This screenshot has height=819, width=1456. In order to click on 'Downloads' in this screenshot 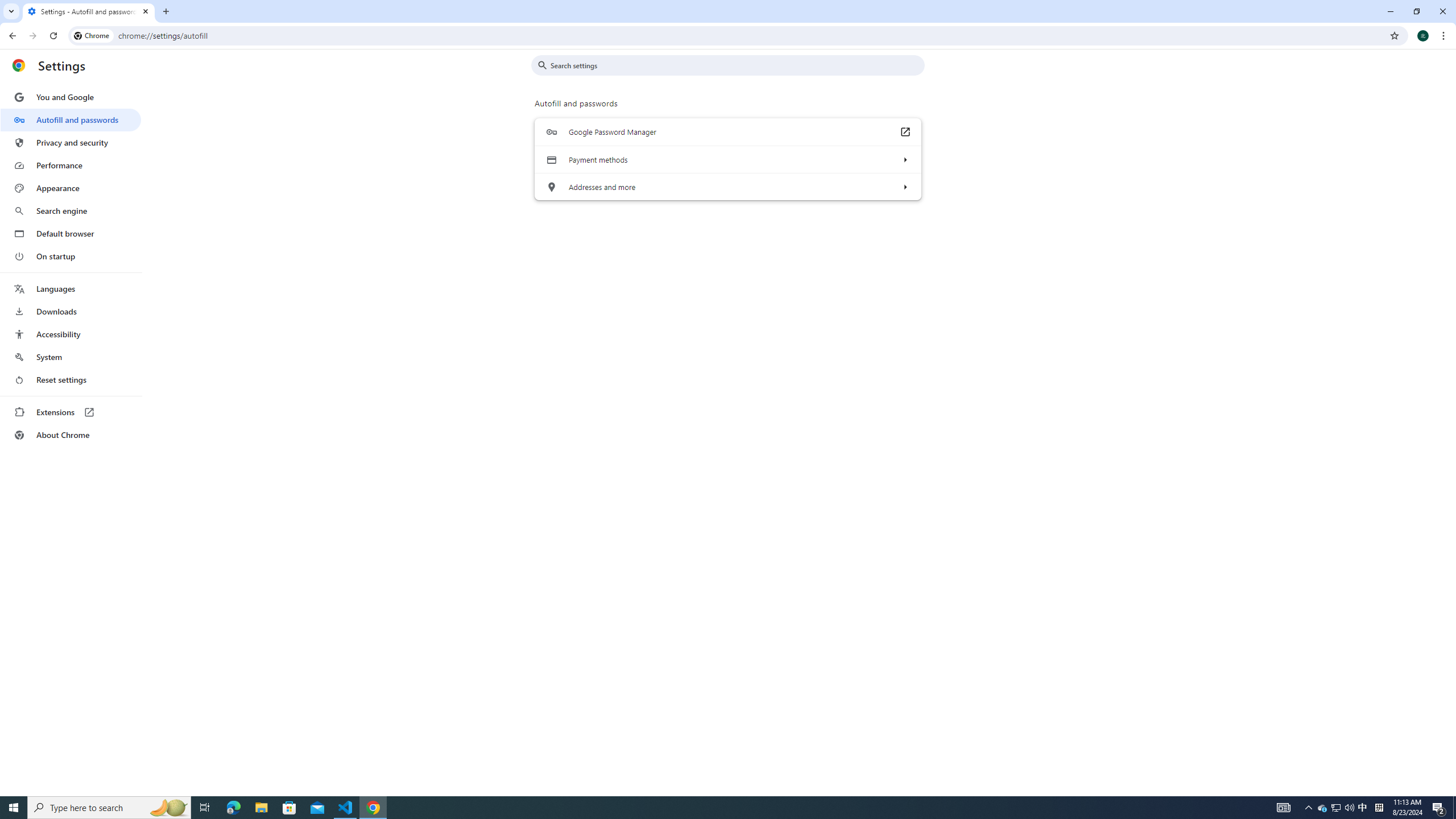, I will do `click(70, 311)`.